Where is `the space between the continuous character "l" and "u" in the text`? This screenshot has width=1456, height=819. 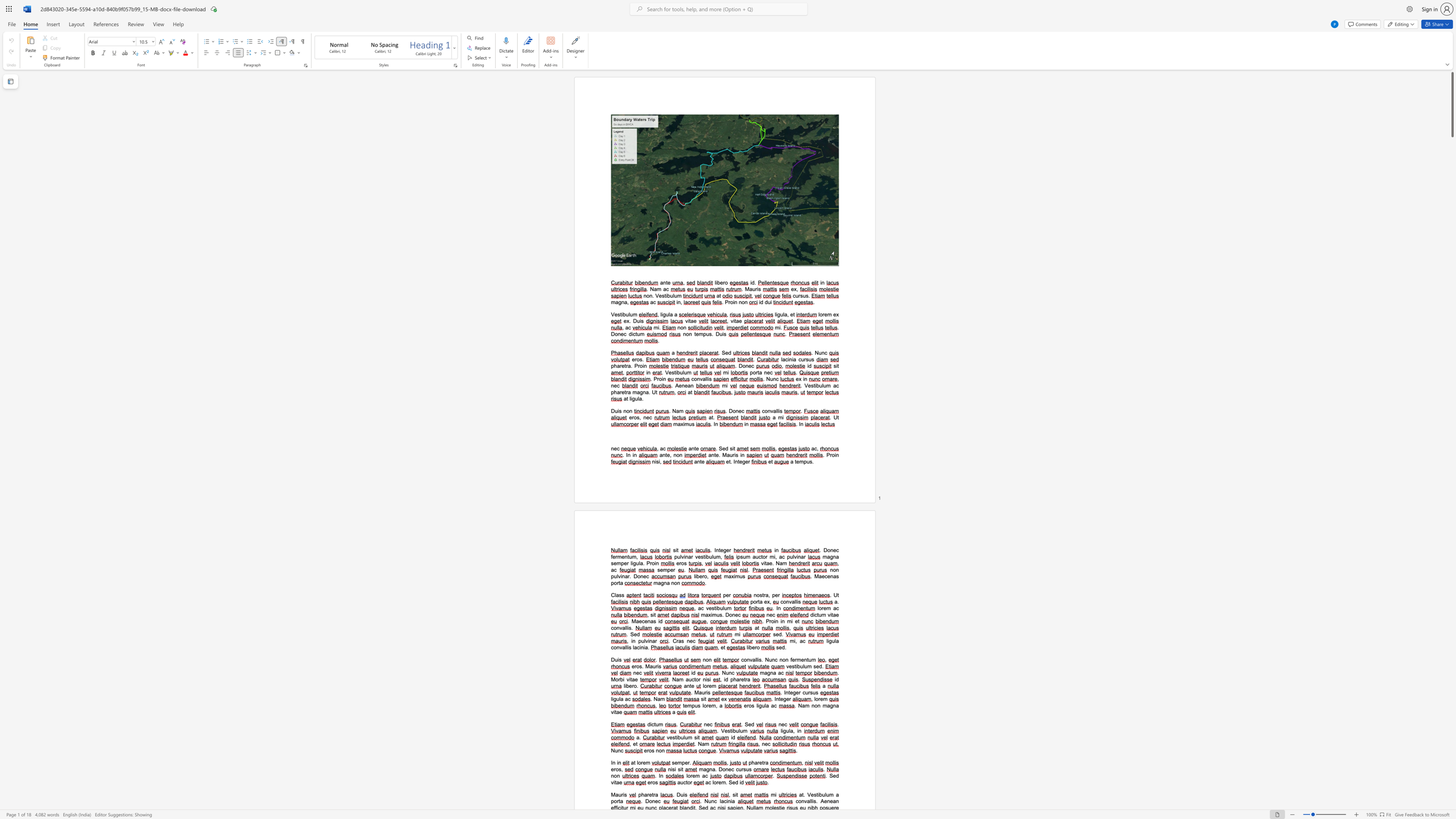
the space between the continuous character "l" and "u" in the text is located at coordinates (826, 794).